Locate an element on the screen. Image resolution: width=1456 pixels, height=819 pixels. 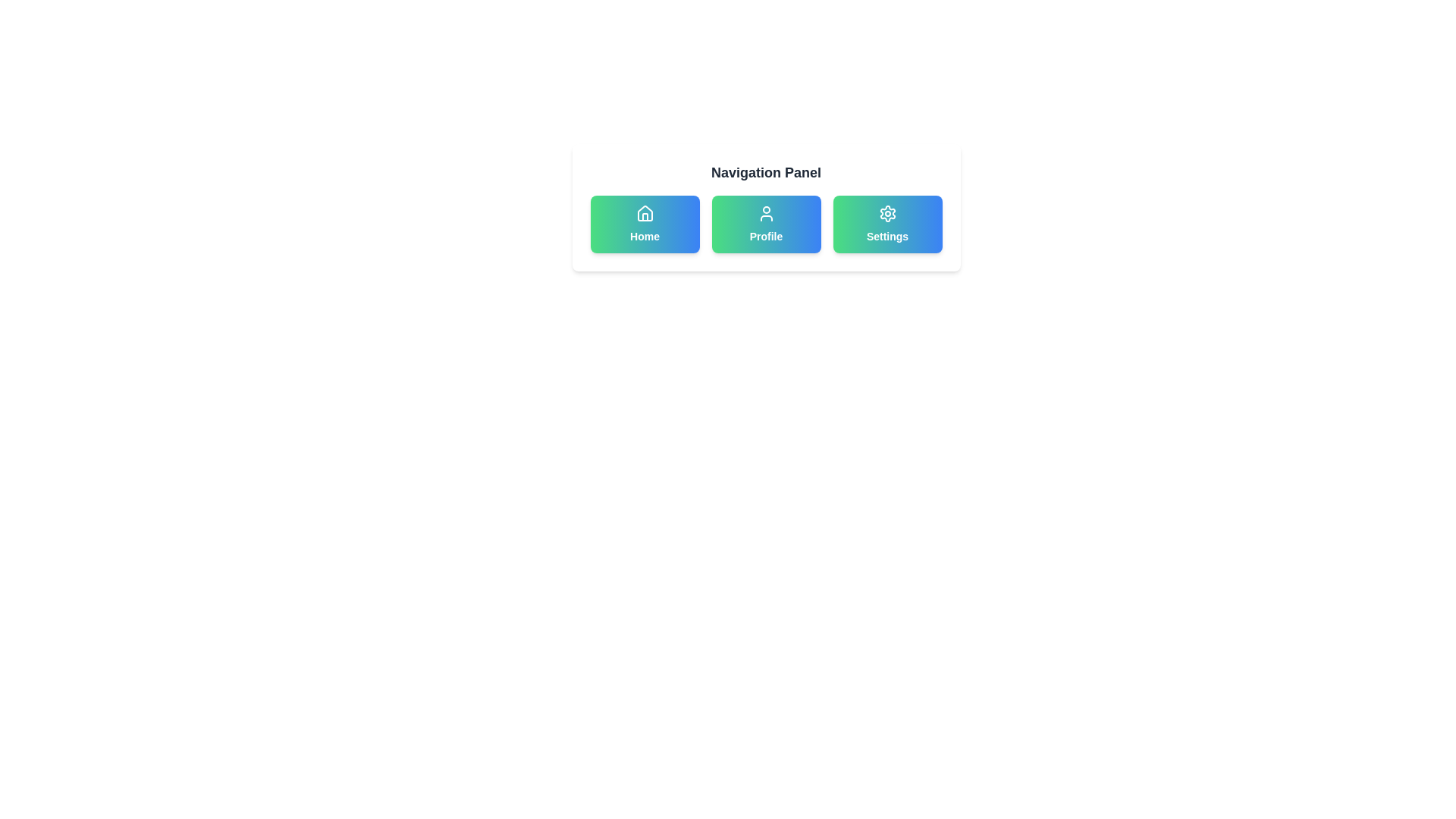
the house-shaped icon located at the center of the 'Home' button in the Navigation Panel is located at coordinates (645, 213).